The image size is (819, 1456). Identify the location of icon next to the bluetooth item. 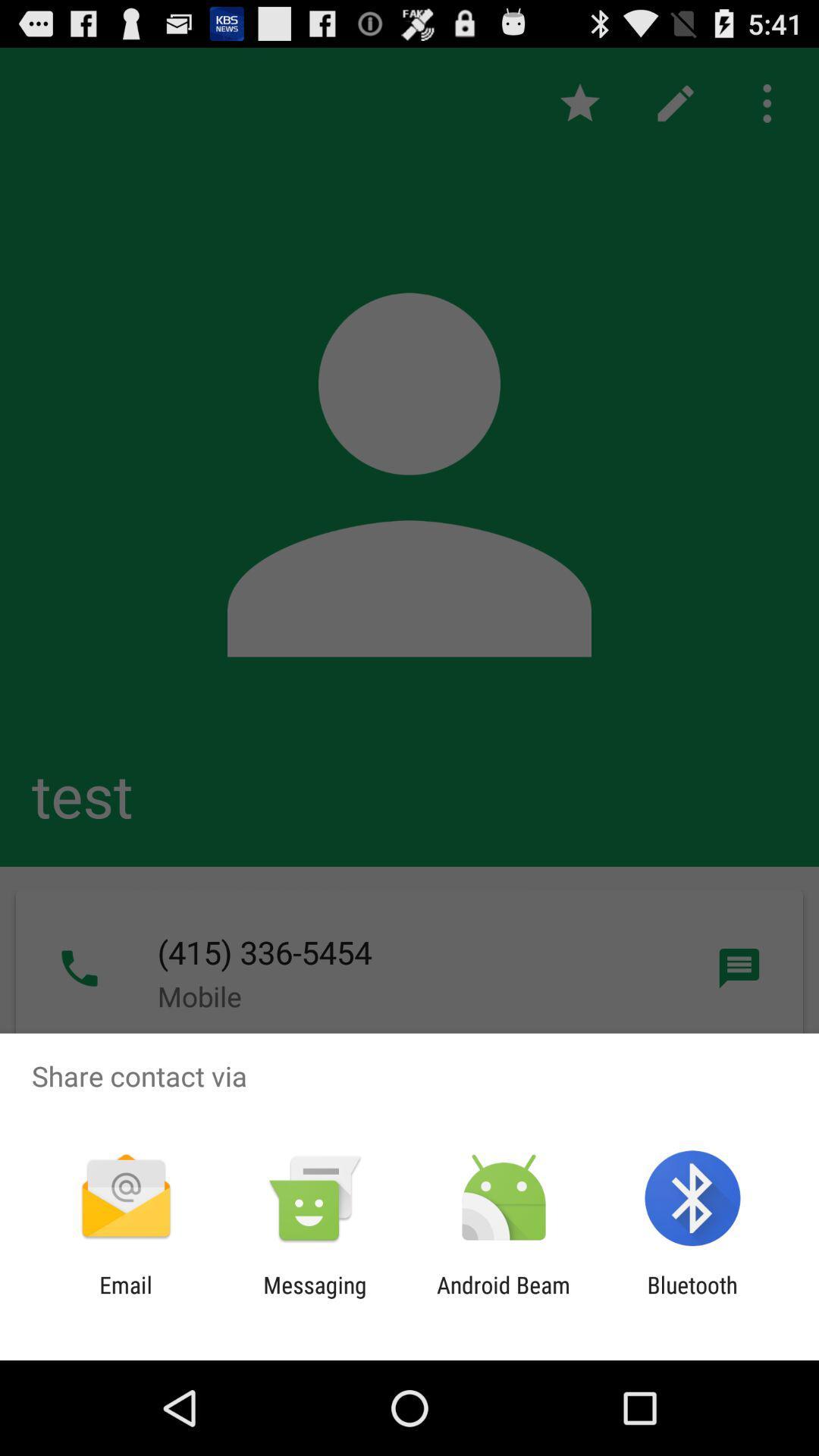
(504, 1298).